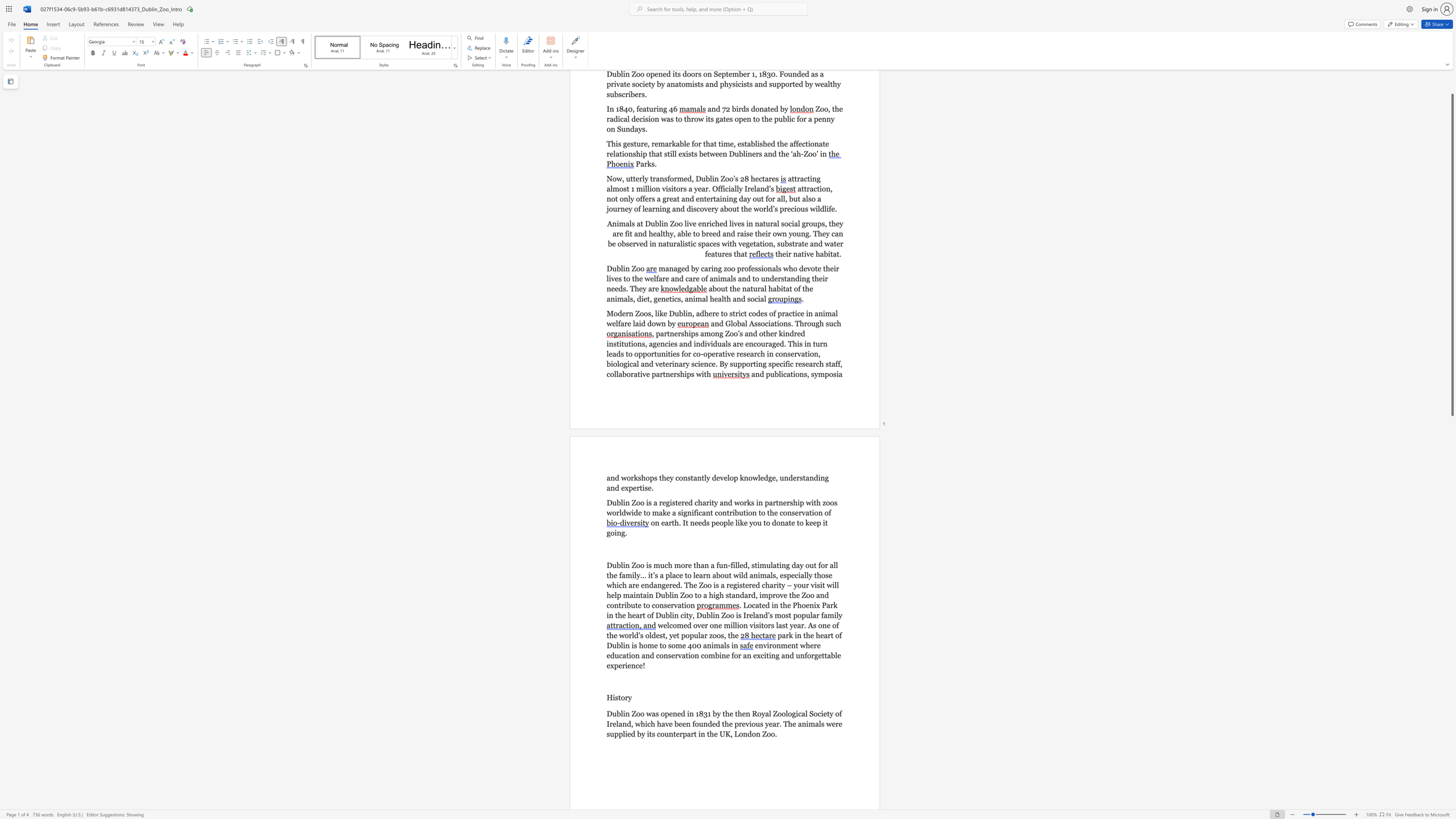 The image size is (1456, 819). I want to click on the subset text "ion" within the text "and publications,", so click(793, 374).